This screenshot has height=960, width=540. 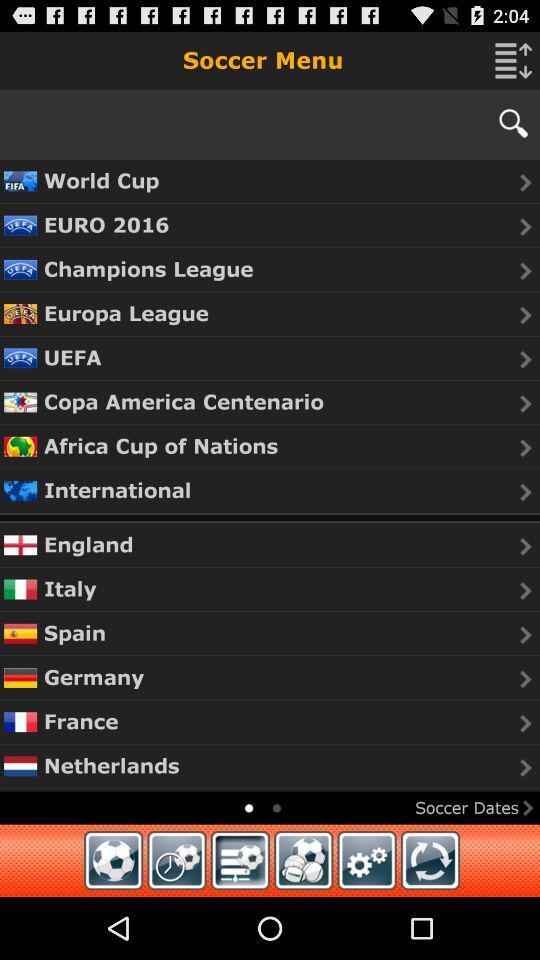 I want to click on the caret right arrow which is to the right side of the word england, so click(x=526, y=546).